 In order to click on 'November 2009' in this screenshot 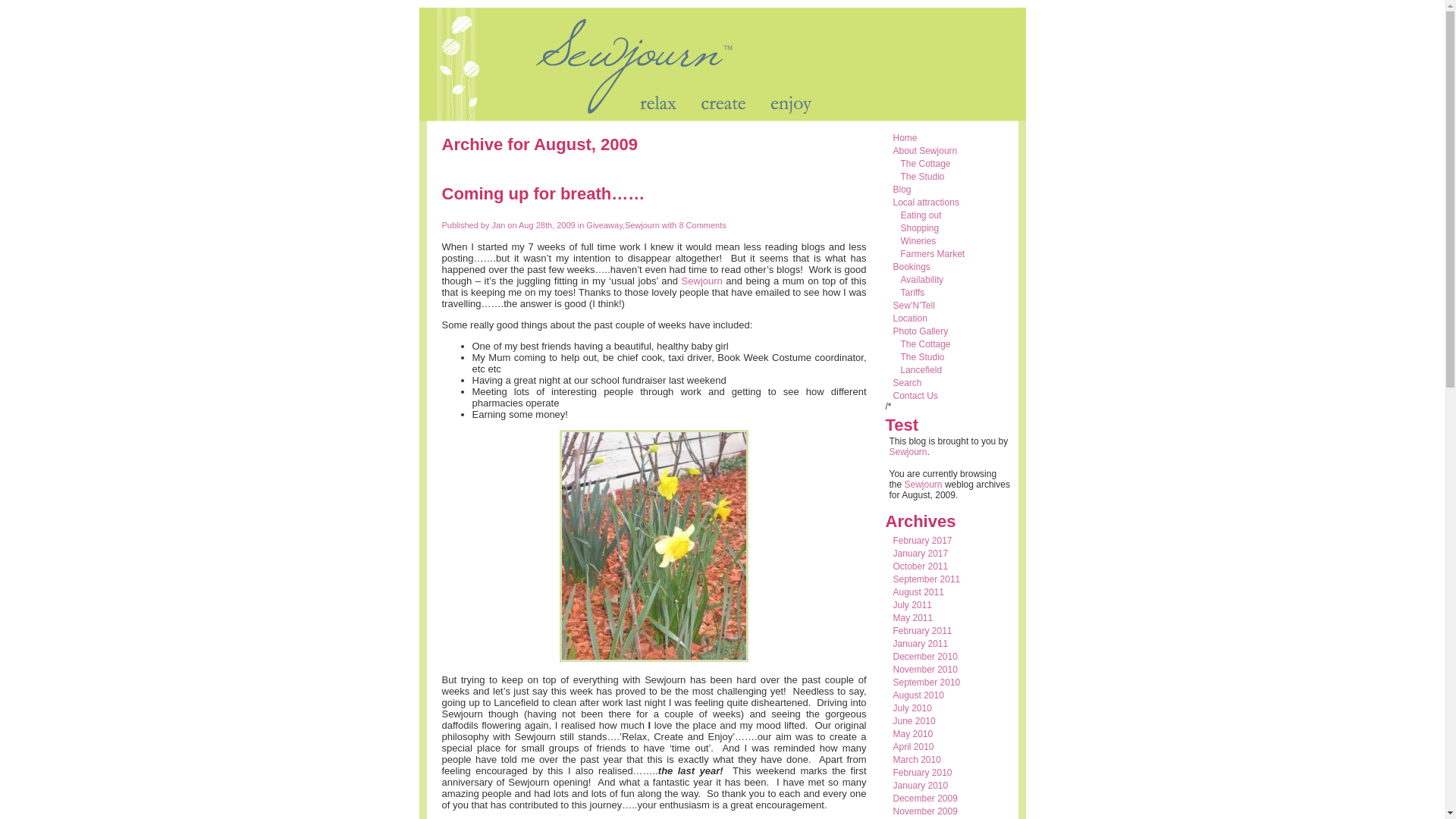, I will do `click(924, 810)`.